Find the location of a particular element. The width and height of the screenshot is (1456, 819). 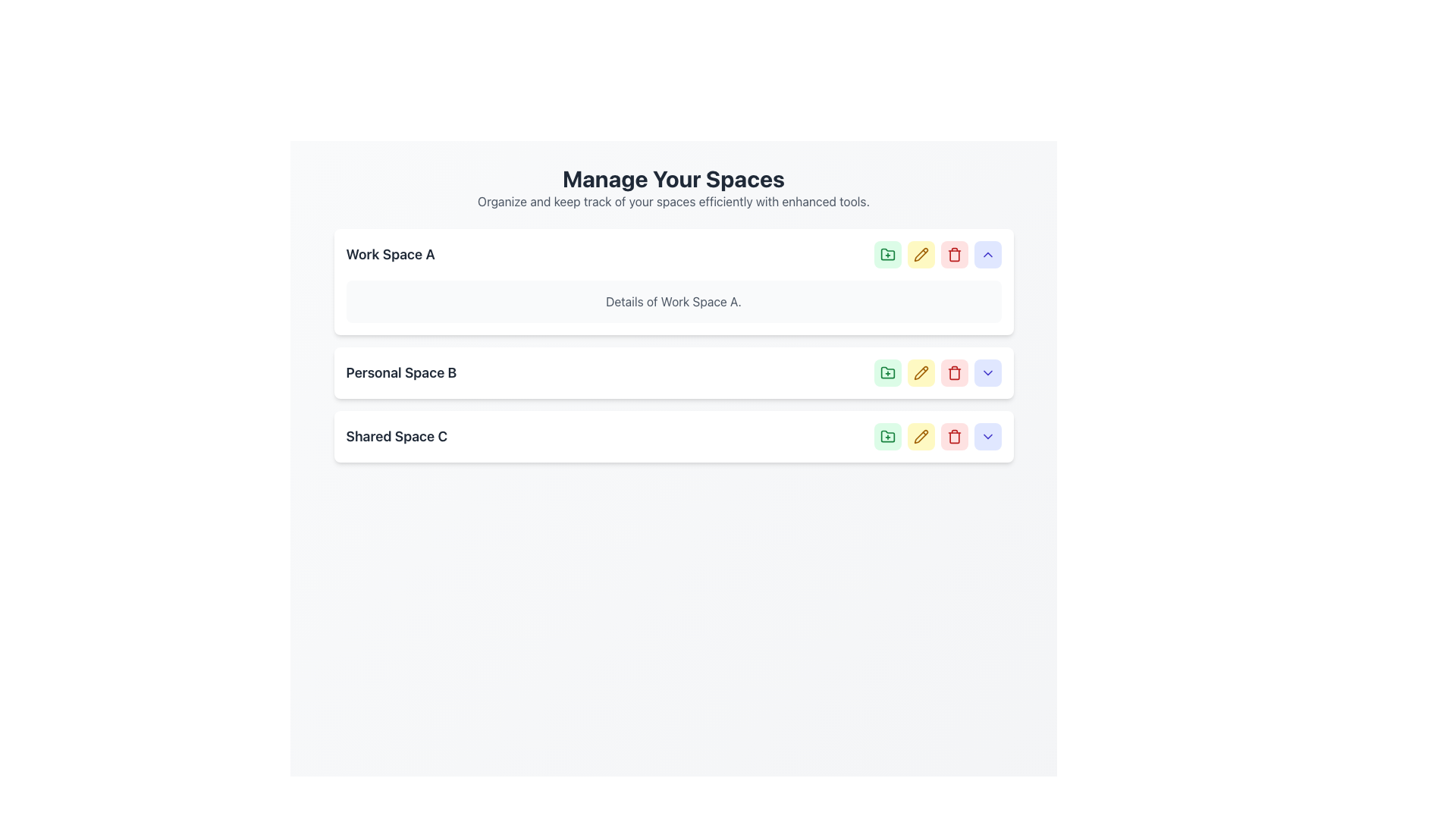

text content of the Text block displaying 'Details of Work Space A.' which is styled with subtle gray tones and rounded corners, located beneath the heading 'Work Space A' in the first card of the workspace list is located at coordinates (673, 301).